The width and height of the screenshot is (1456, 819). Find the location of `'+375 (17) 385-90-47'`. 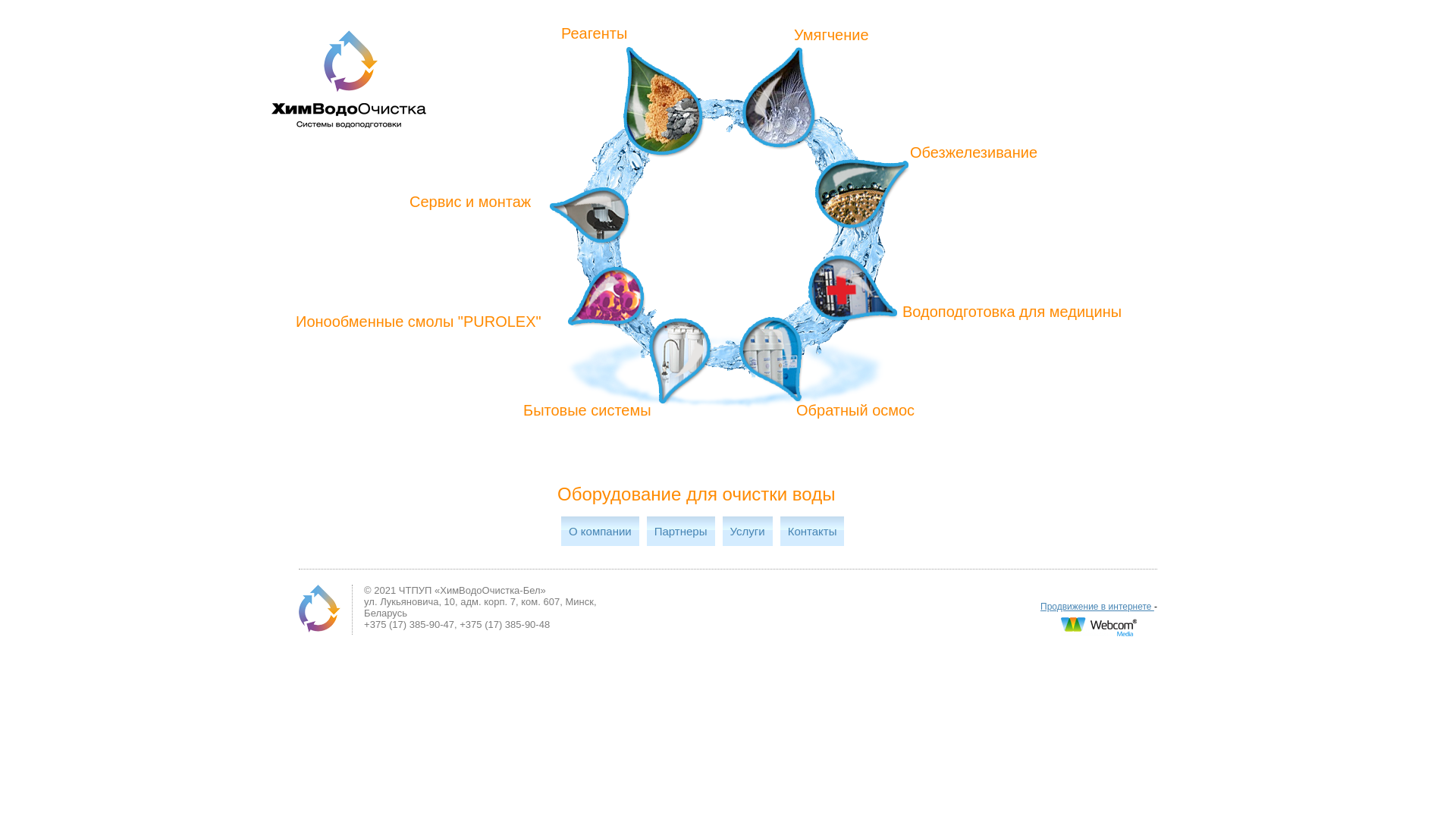

'+375 (17) 385-90-47' is located at coordinates (409, 624).